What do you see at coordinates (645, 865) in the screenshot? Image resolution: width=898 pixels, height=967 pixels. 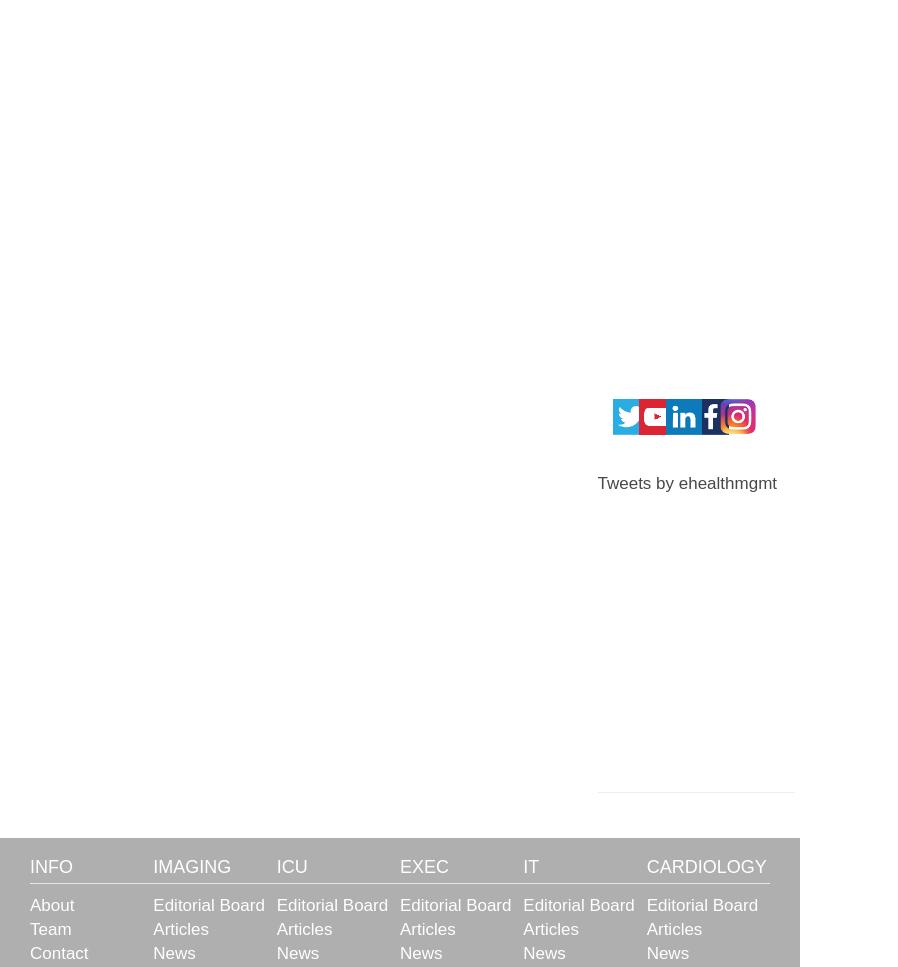 I see `'CARDIOLOGY'` at bounding box center [645, 865].